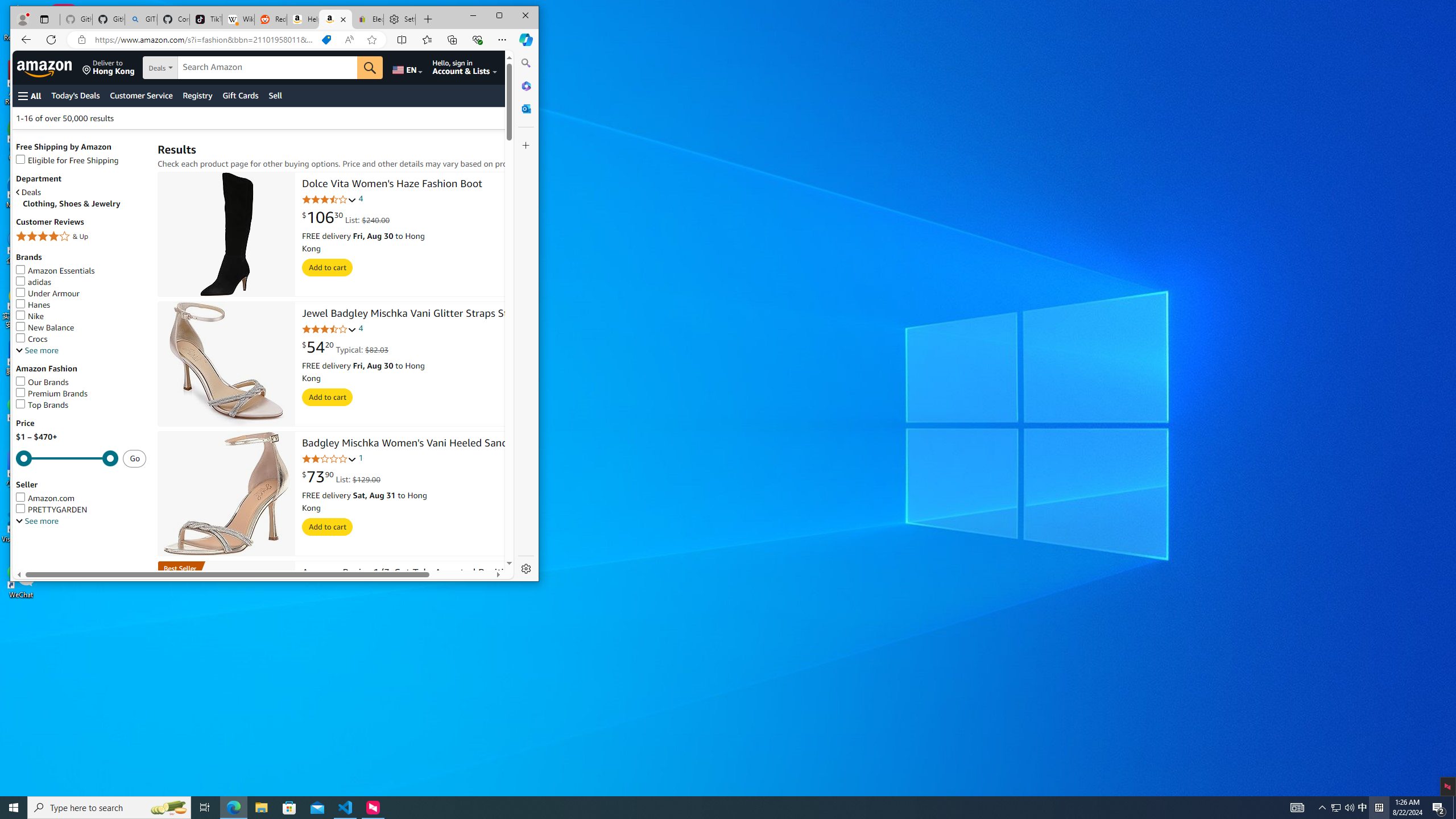 The height and width of the screenshot is (819, 1456). I want to click on '$73.90 List: $129.00', so click(341, 477).